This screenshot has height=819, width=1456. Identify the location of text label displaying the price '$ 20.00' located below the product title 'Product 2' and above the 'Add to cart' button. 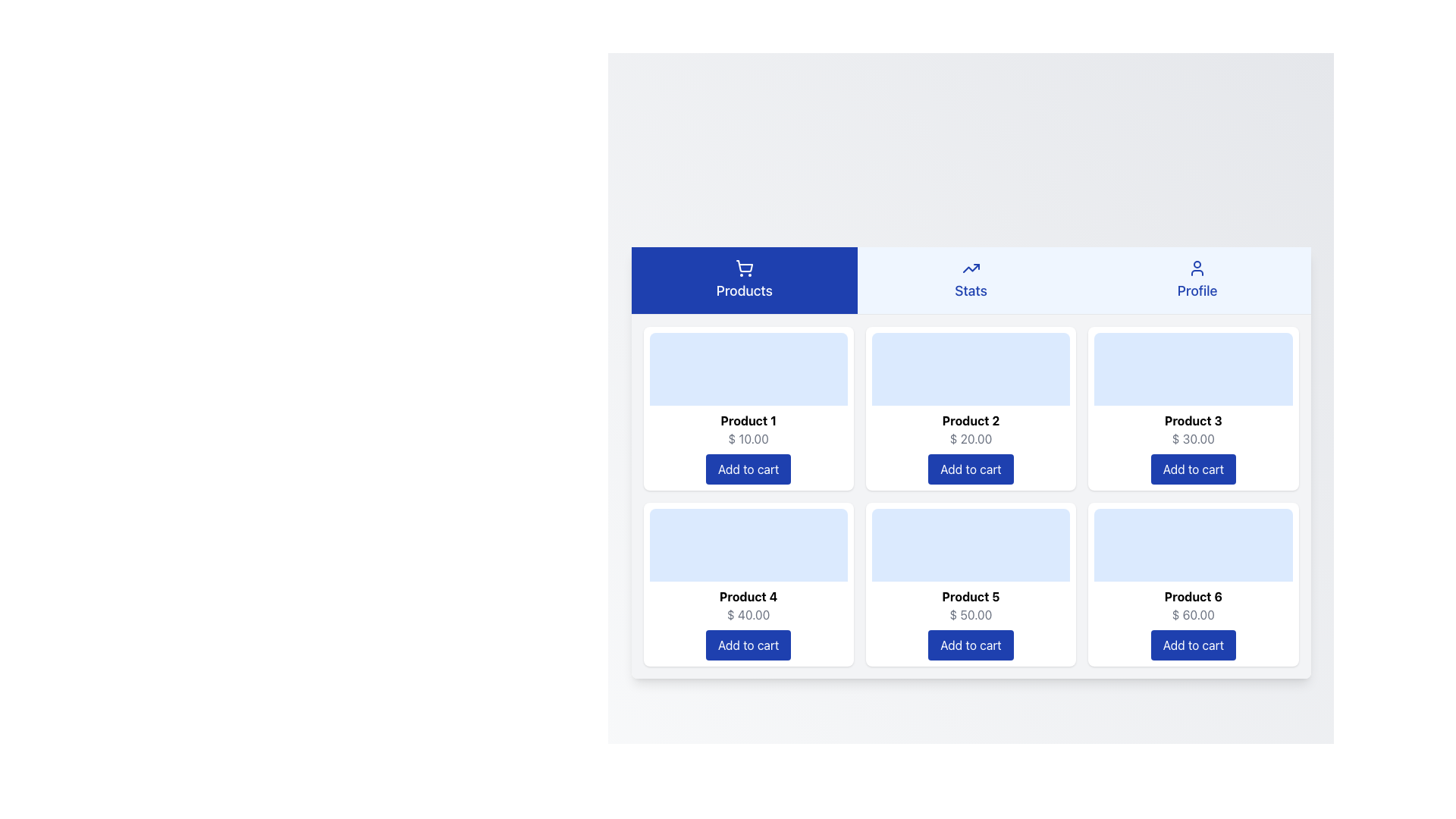
(971, 438).